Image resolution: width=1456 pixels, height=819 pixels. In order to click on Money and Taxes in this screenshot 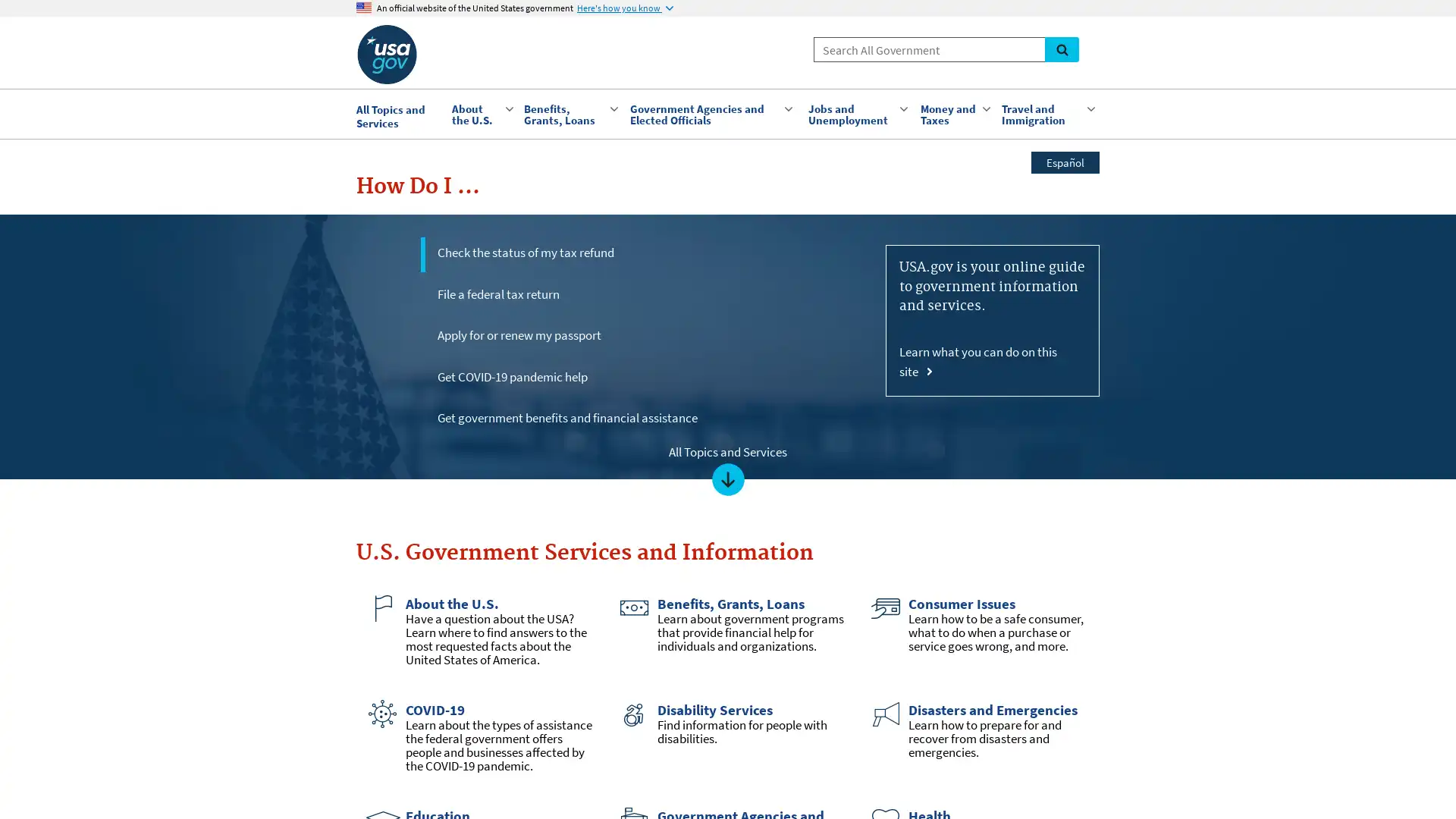, I will do `click(952, 113)`.